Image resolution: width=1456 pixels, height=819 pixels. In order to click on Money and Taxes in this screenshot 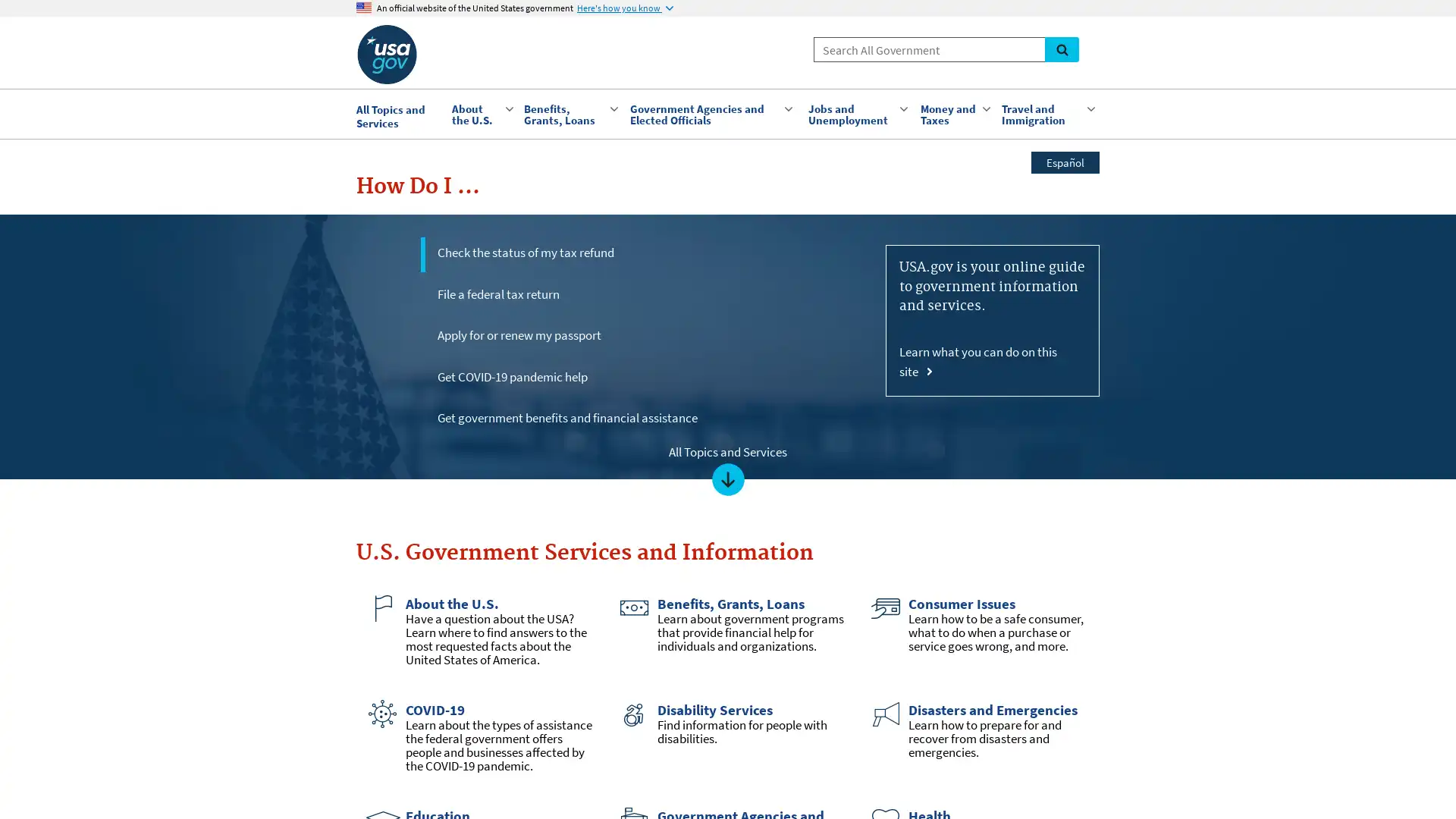, I will do `click(952, 113)`.